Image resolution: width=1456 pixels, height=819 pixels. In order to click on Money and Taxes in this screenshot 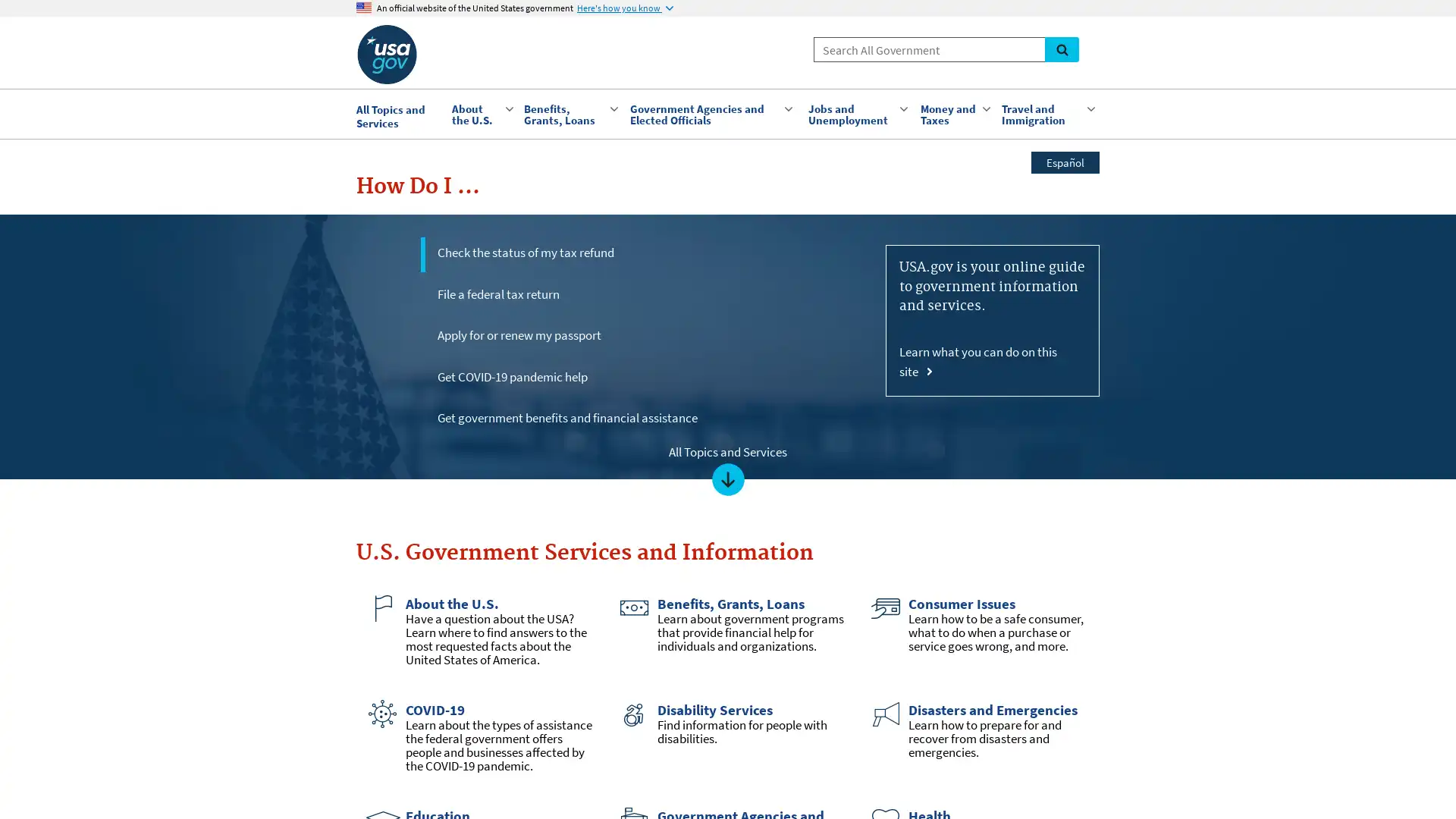, I will do `click(952, 113)`.